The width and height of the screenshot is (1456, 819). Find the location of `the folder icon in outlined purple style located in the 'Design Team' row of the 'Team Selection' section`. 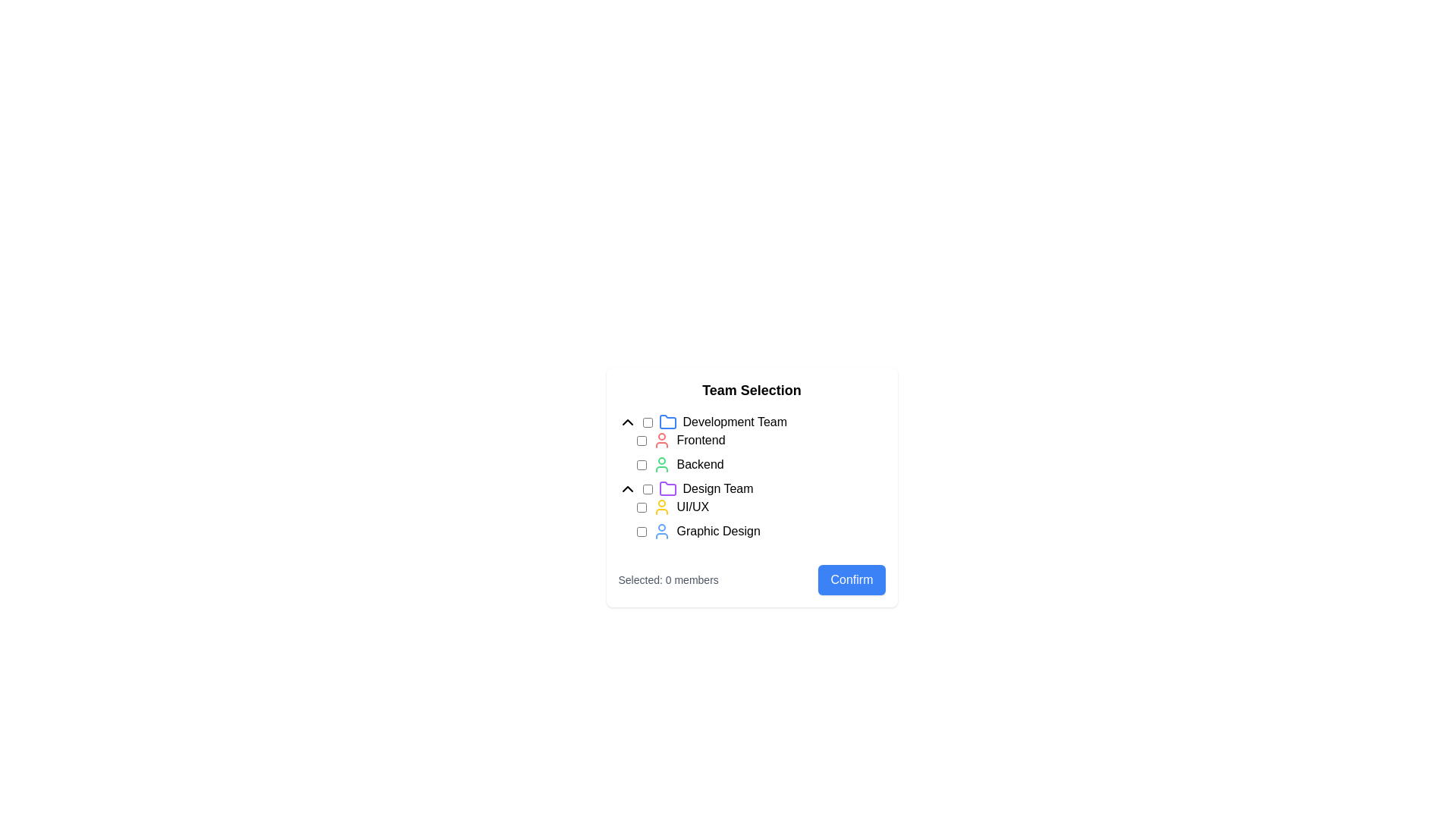

the folder icon in outlined purple style located in the 'Design Team' row of the 'Team Selection' section is located at coordinates (667, 488).